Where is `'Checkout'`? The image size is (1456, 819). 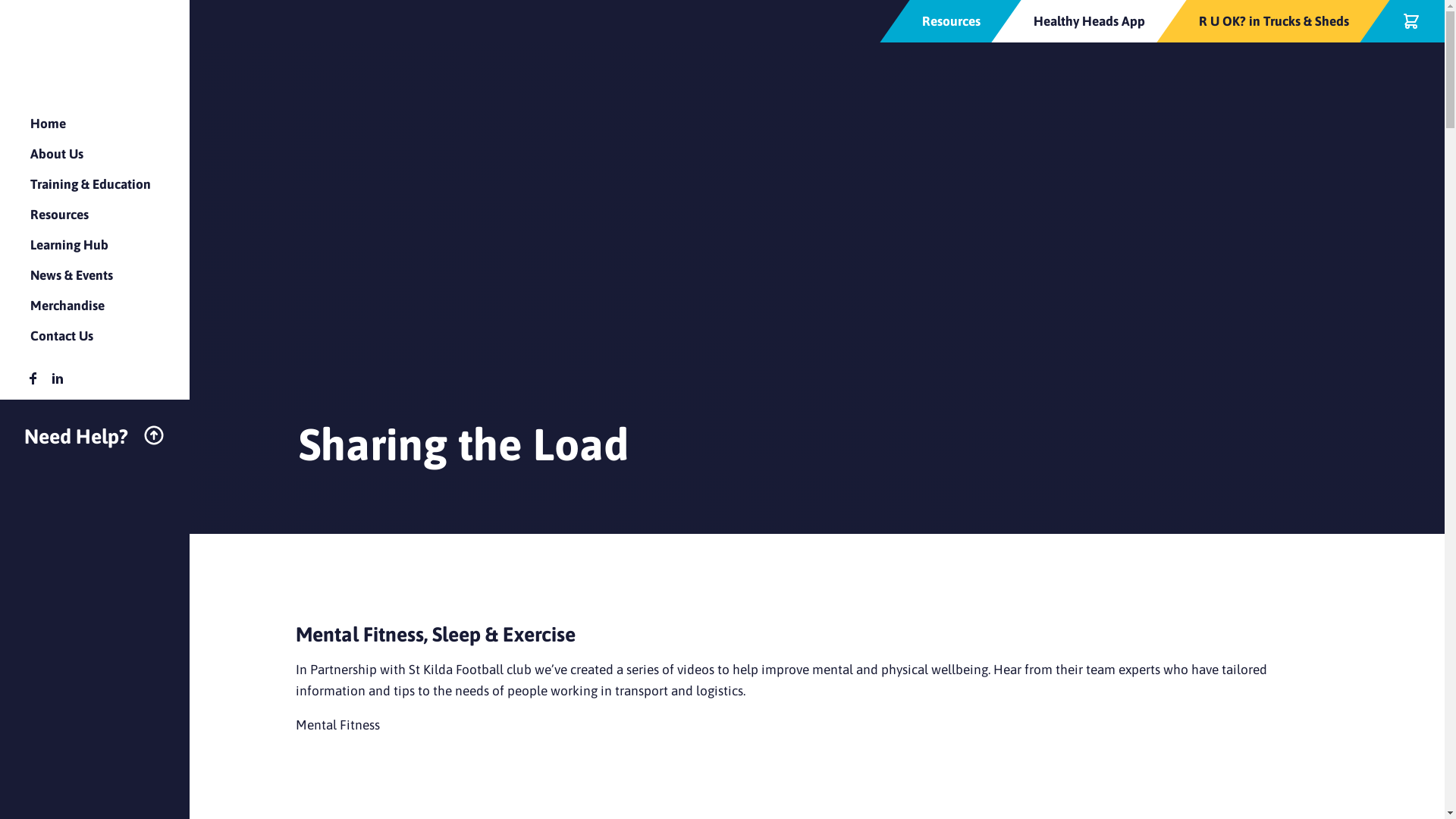 'Checkout' is located at coordinates (1410, 20).